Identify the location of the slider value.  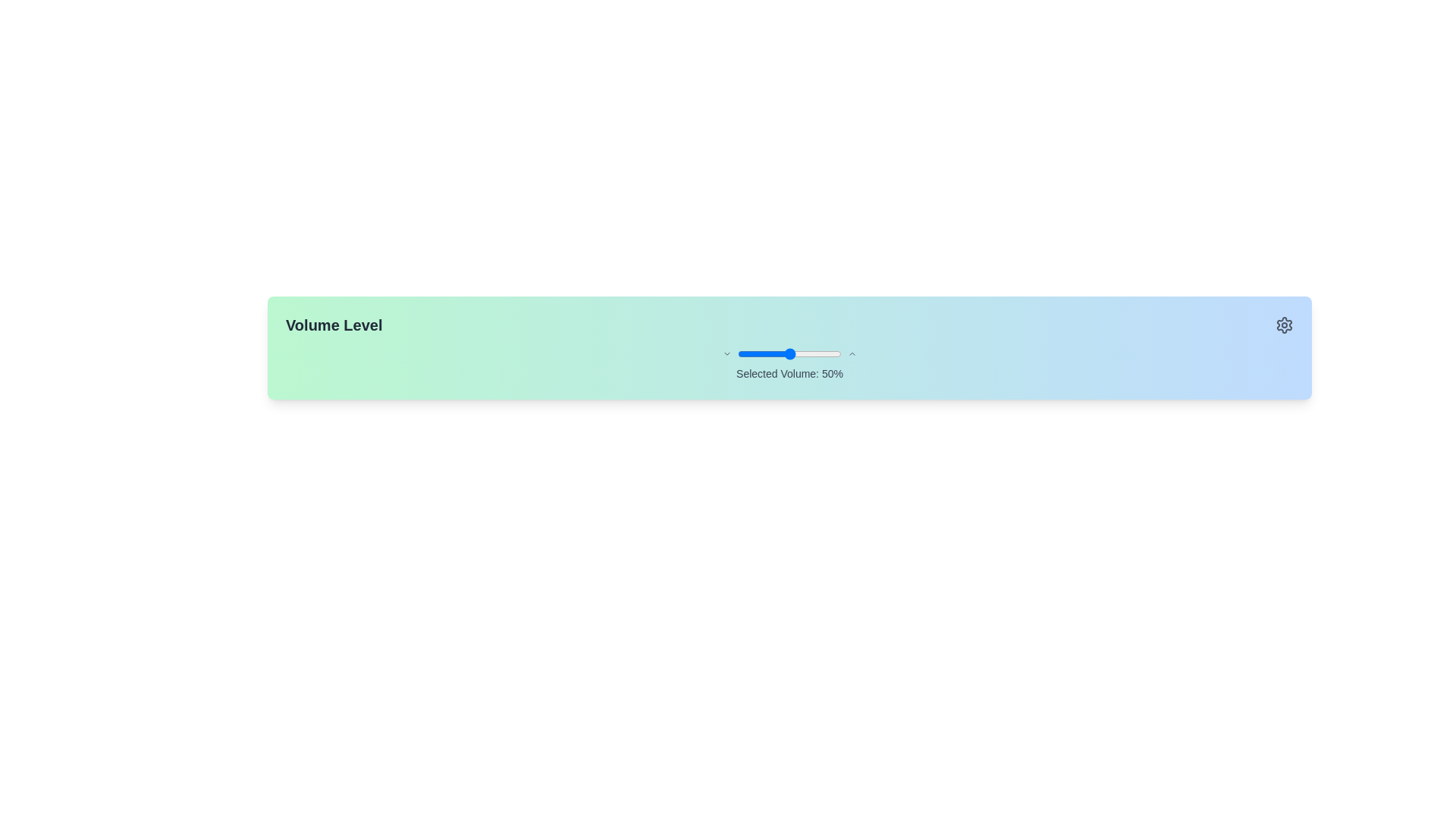
(783, 353).